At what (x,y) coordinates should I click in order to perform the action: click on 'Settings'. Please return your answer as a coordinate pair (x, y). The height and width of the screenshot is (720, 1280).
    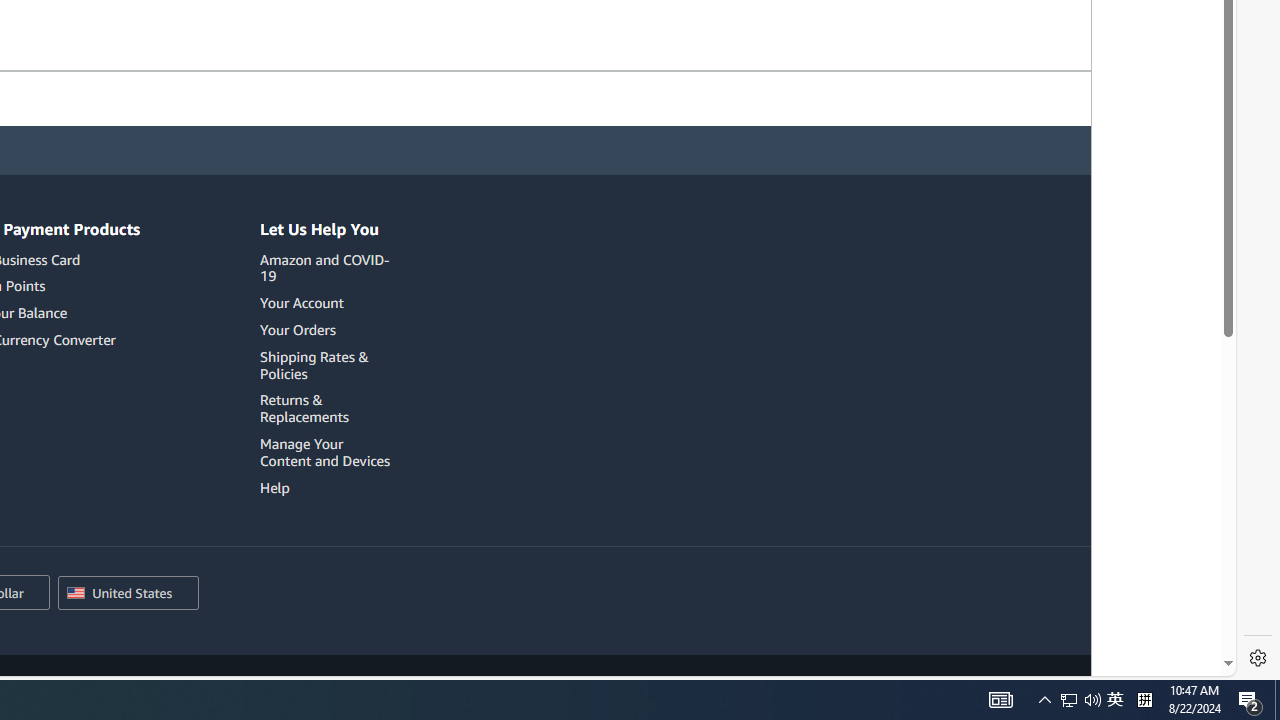
    Looking at the image, I should click on (1257, 658).